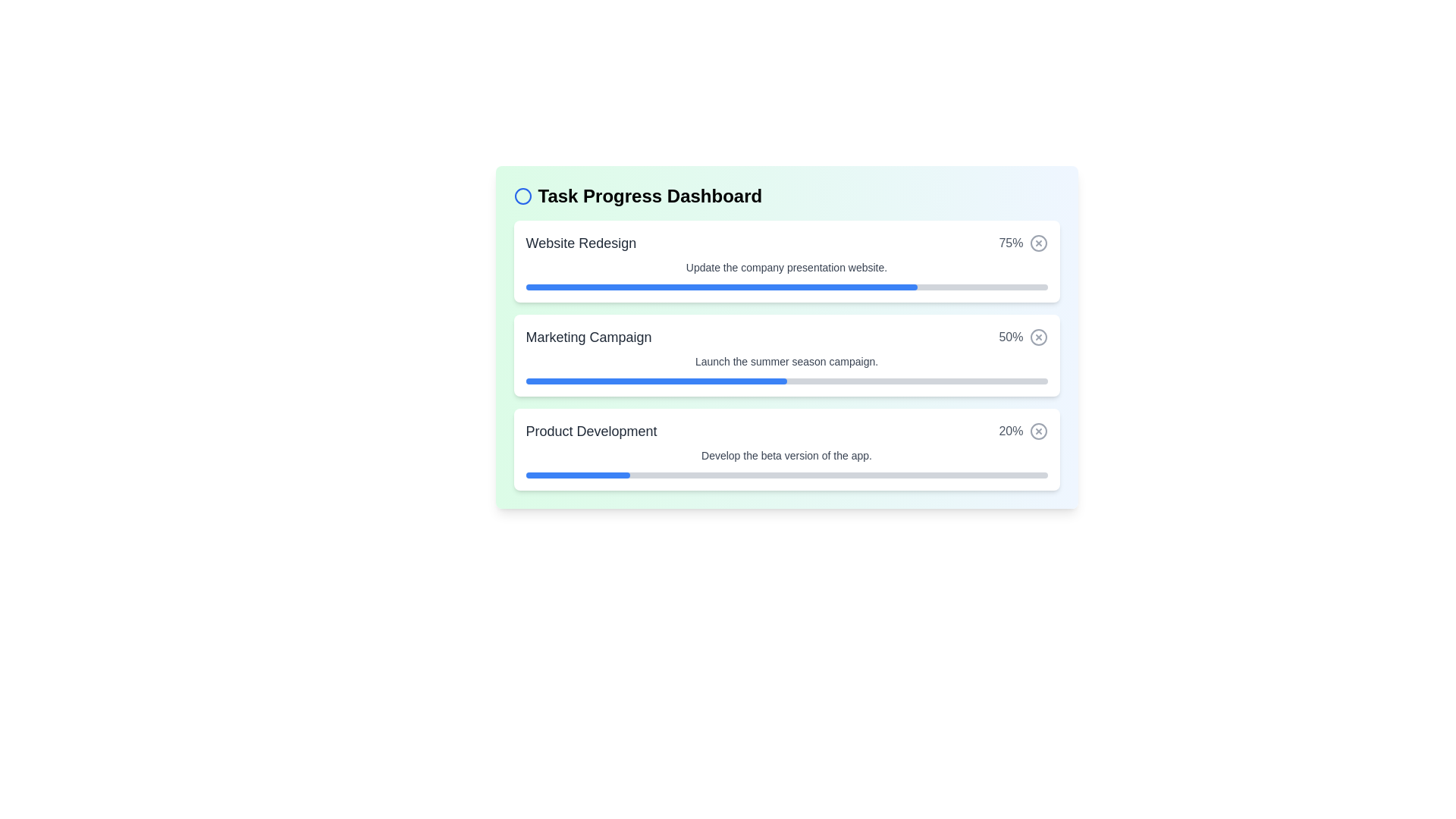  What do you see at coordinates (786, 431) in the screenshot?
I see `task title and progress percentage from the third section of the task progress item display list, which is located between 'Marketing Campaign' and 'Develop the beta version of the app.'` at bounding box center [786, 431].